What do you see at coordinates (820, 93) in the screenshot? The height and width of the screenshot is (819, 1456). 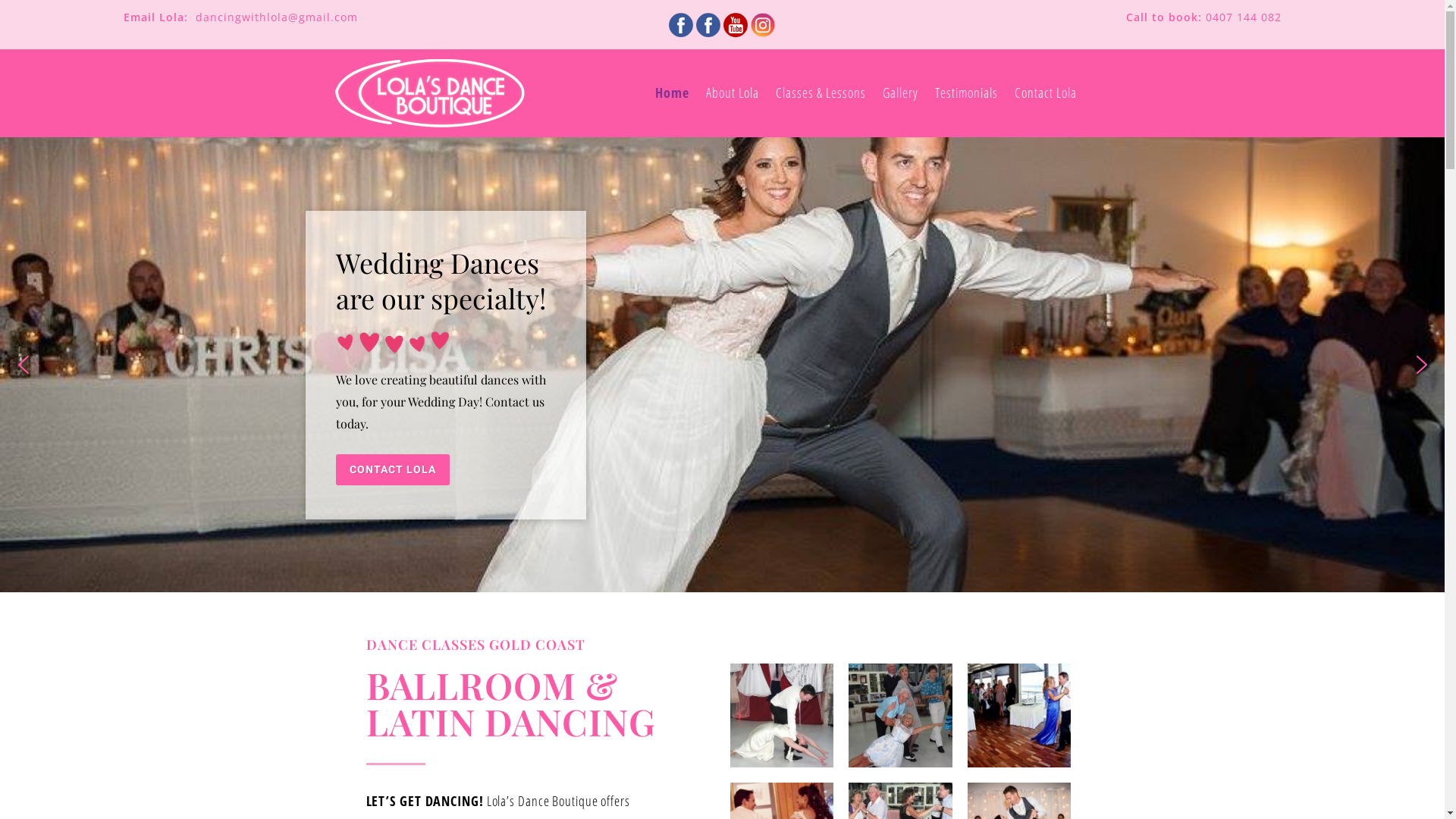 I see `'Classes & Lessons'` at bounding box center [820, 93].